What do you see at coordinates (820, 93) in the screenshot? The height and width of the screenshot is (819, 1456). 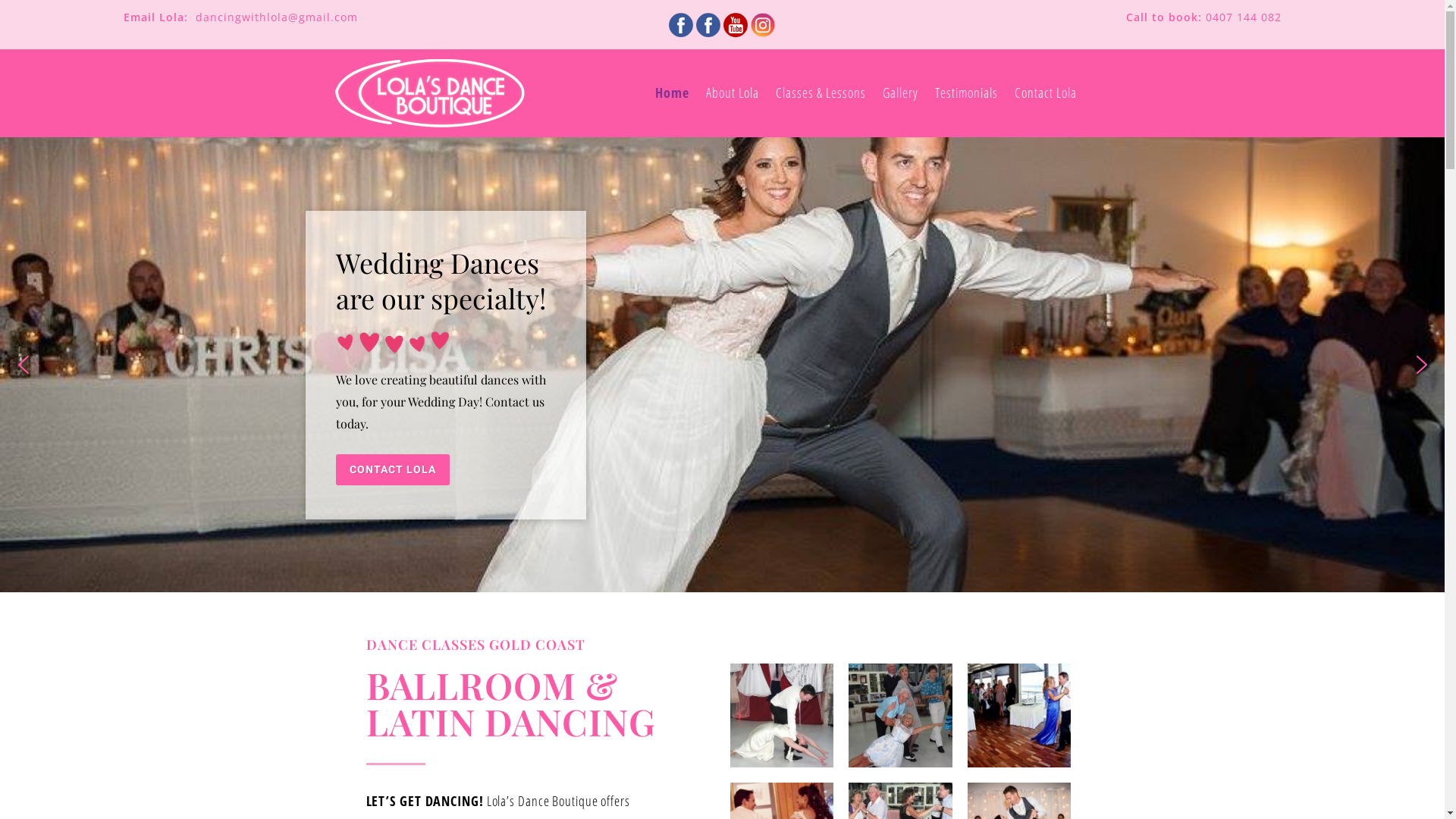 I see `'Classes & Lessons'` at bounding box center [820, 93].